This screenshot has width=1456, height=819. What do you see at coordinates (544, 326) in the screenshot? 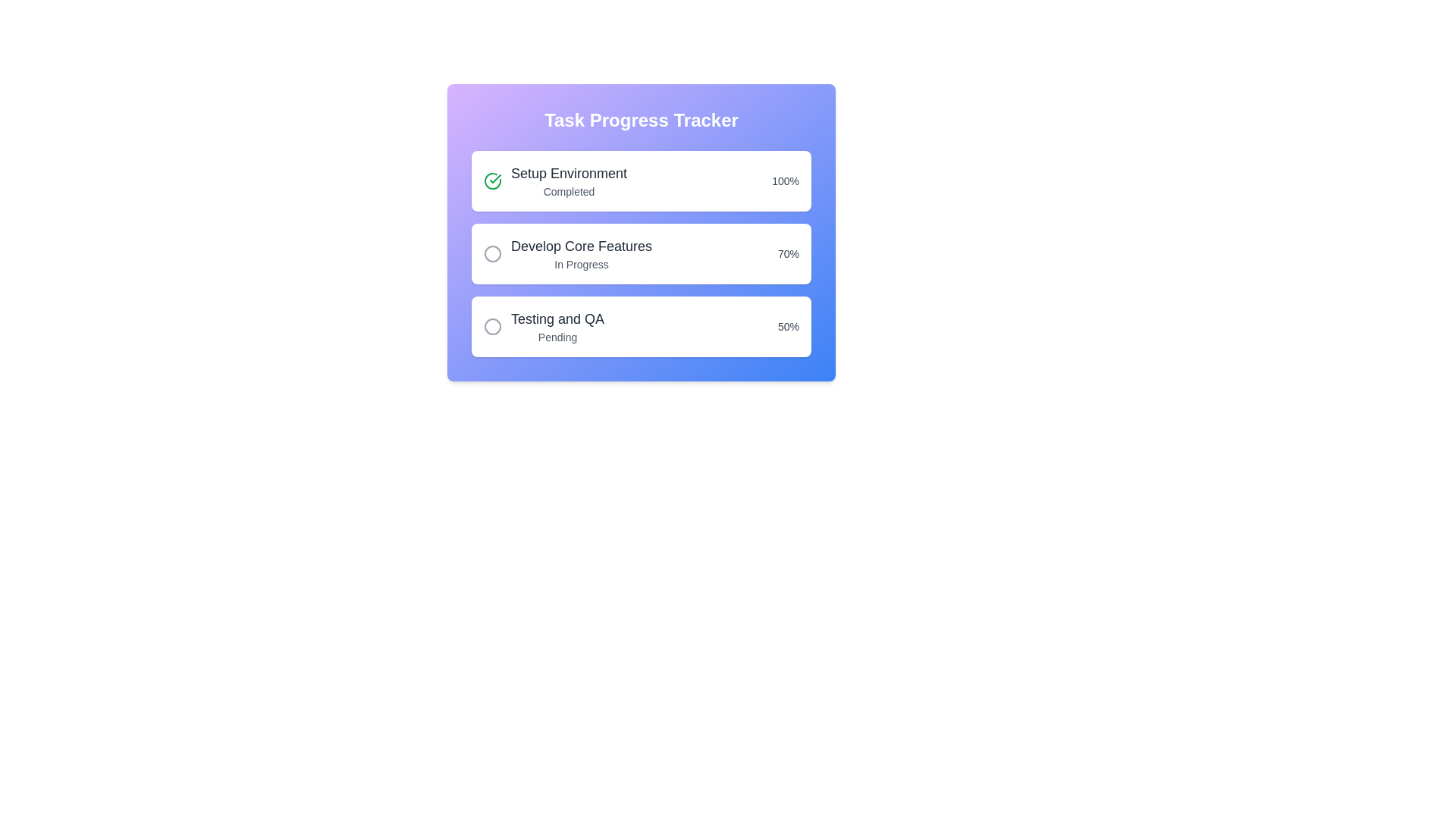
I see `the 'Testing and QA' task item in the progress tracker interface, which is located in the third row and indicates a 'Pending' state` at bounding box center [544, 326].